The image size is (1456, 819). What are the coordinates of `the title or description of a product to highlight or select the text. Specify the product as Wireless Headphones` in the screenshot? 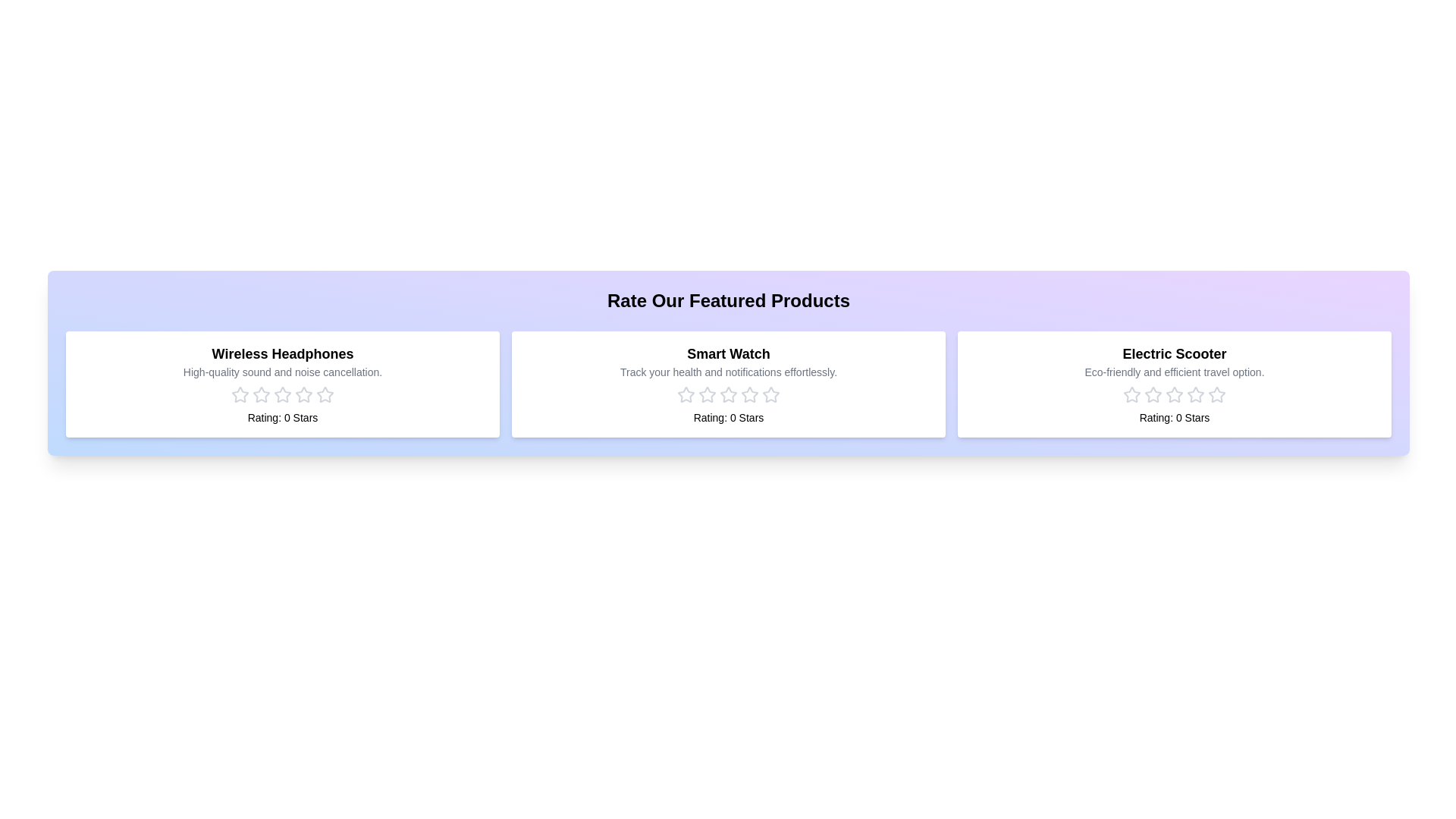 It's located at (283, 353).